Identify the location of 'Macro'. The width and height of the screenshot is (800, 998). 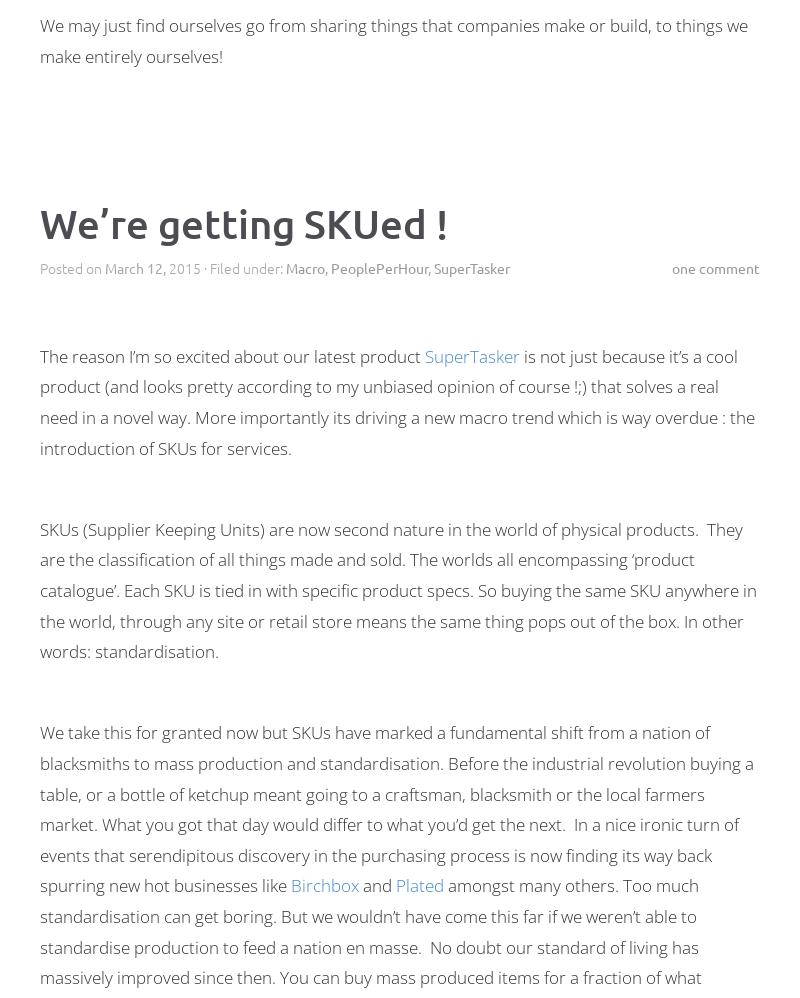
(304, 266).